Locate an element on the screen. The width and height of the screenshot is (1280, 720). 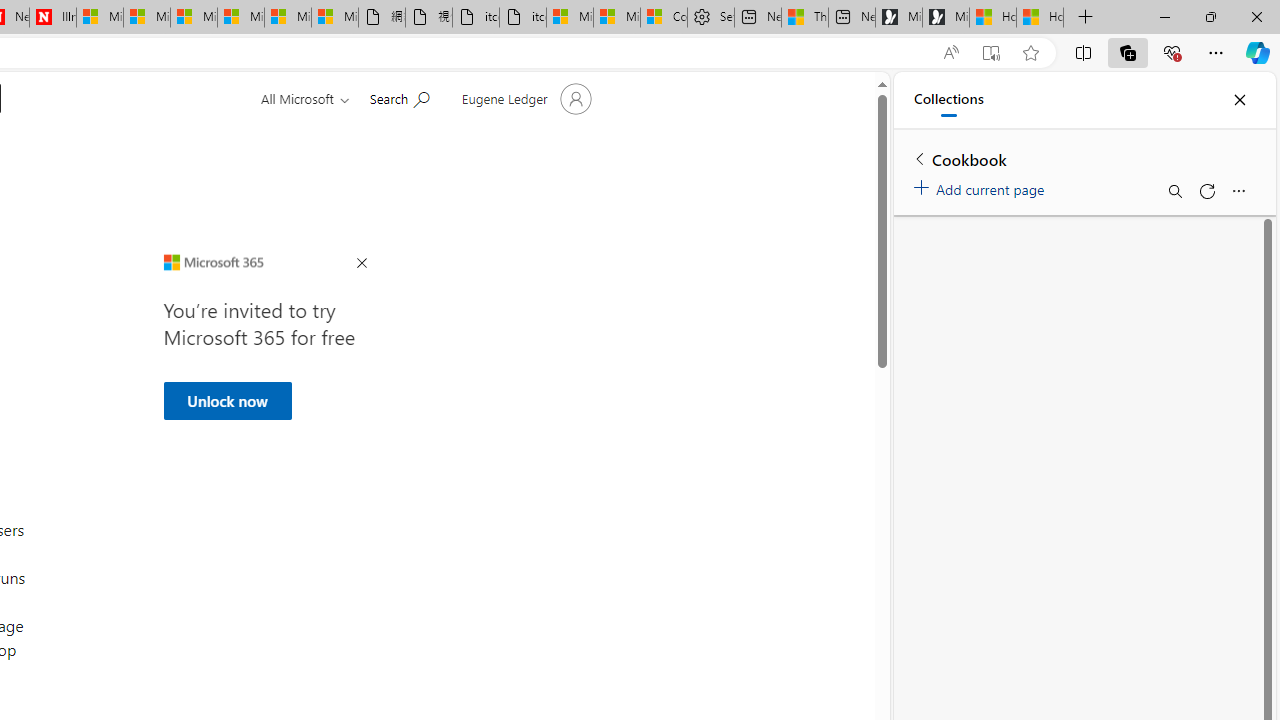
'itconcepthk.com/projector_solutions.mp4' is located at coordinates (523, 17).